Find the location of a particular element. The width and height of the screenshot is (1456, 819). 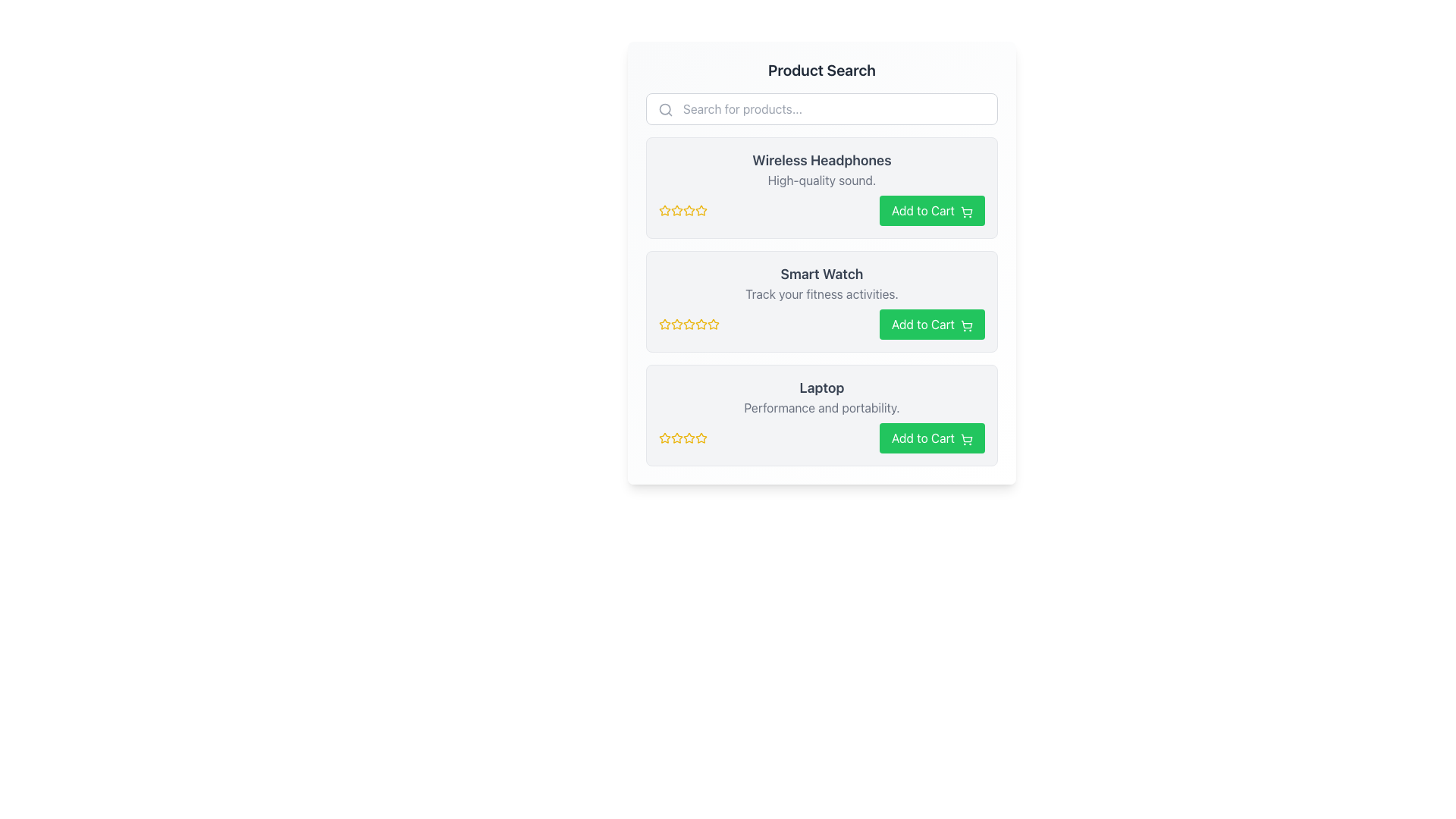

the second star in the five-star rating row to rate the product 'Smart Watch' or view details is located at coordinates (665, 323).